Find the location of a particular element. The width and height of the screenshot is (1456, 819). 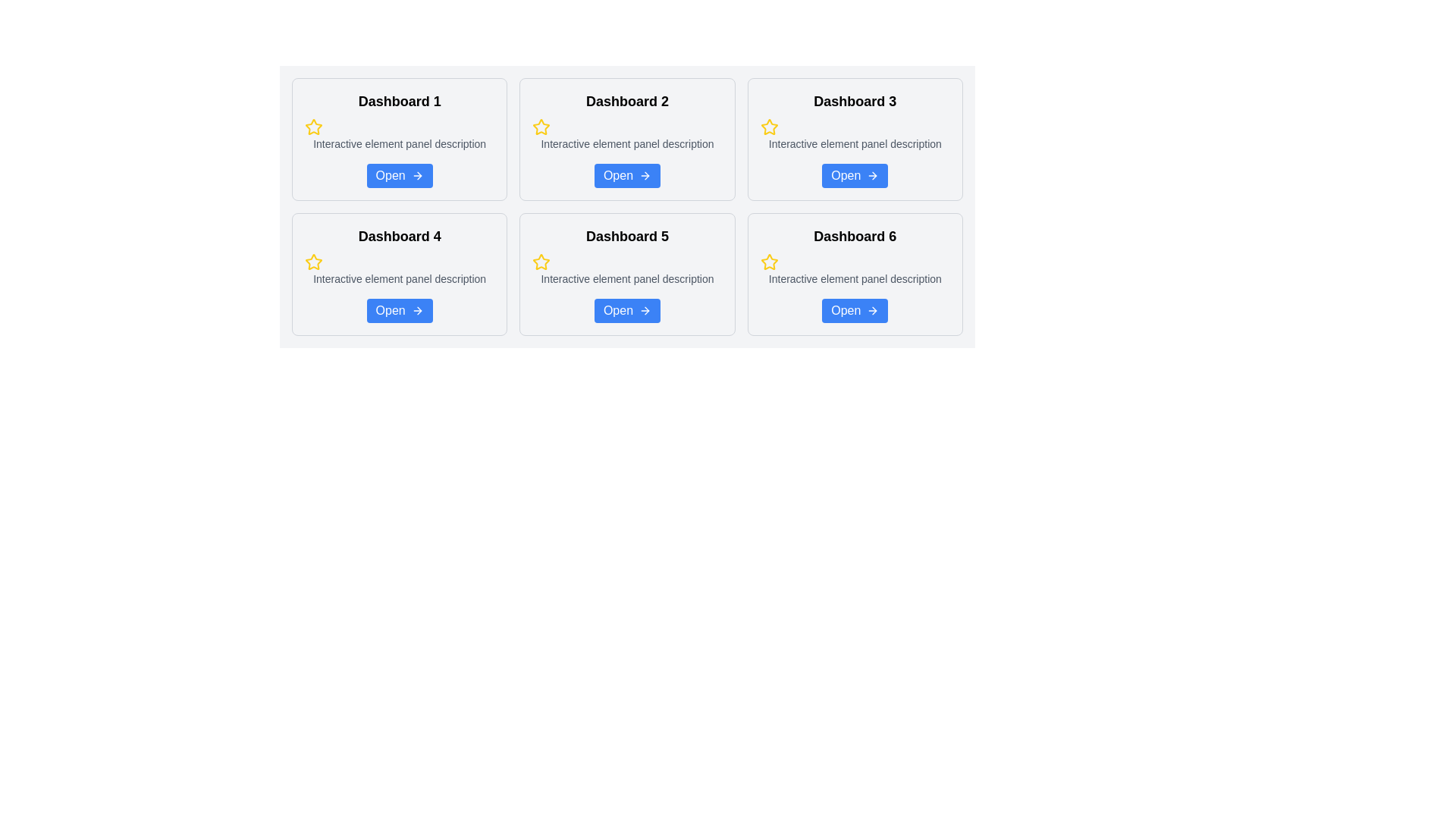

the text label displaying 'Interactive element panel description' located below the title 'Dashboard 3' and to the right of the star icon is located at coordinates (855, 143).